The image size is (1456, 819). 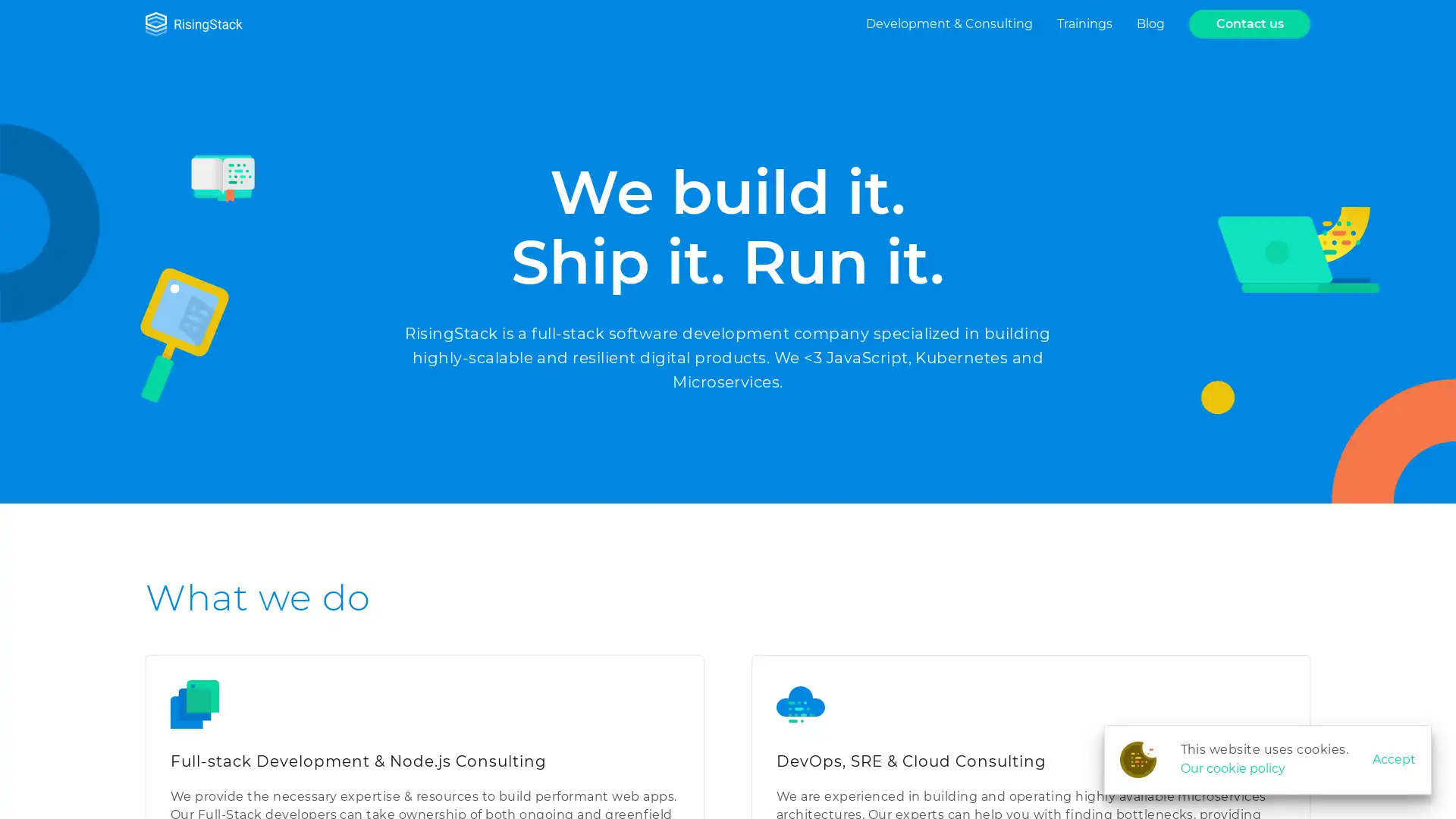 I want to click on Accept, so click(x=1394, y=760).